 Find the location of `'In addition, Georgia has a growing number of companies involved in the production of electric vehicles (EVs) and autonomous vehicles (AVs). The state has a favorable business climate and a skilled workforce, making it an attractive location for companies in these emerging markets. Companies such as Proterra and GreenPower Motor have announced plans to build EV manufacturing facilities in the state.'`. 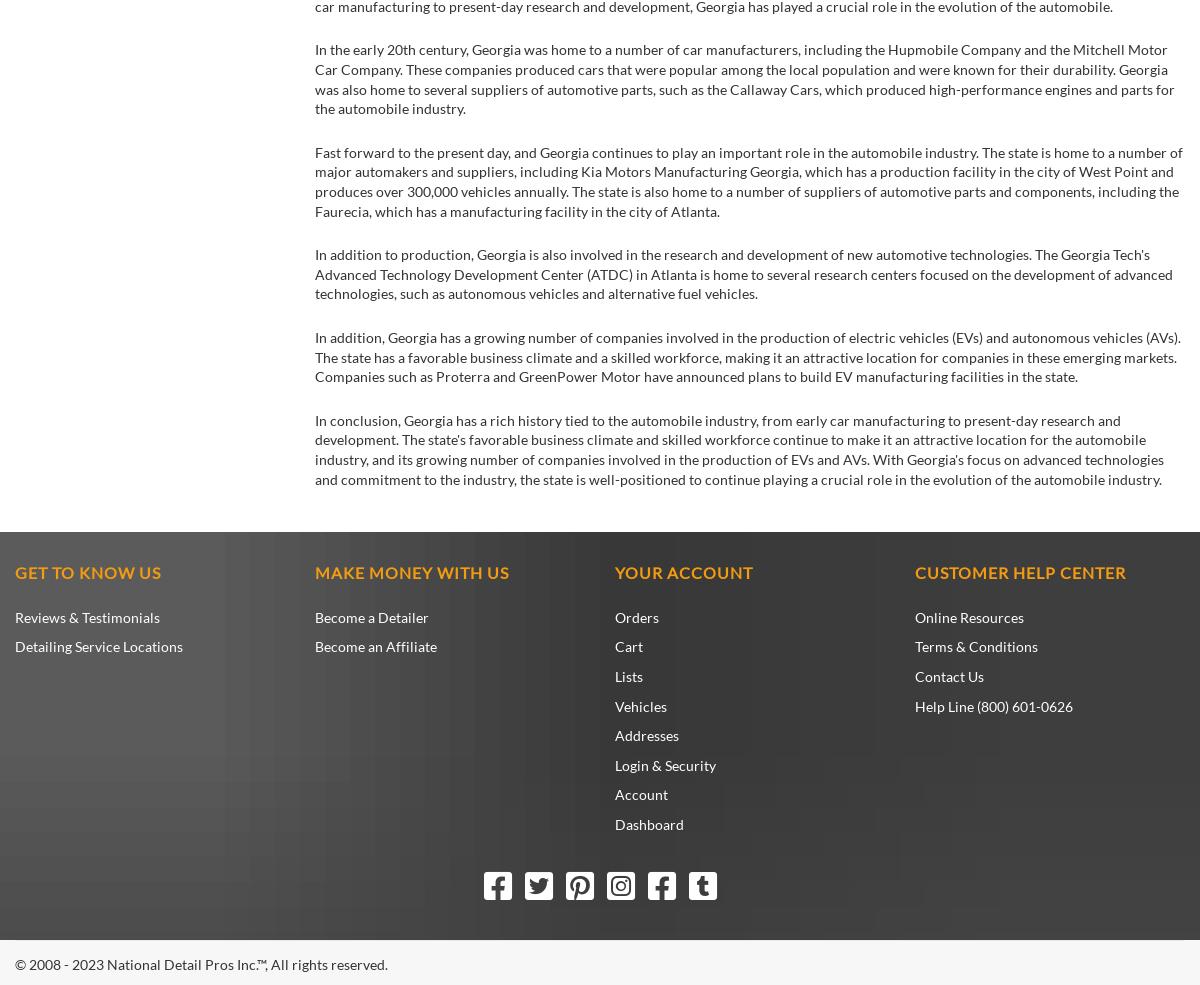

'In addition, Georgia has a growing number of companies involved in the production of electric vehicles (EVs) and autonomous vehicles (AVs). The state has a favorable business climate and a skilled workforce, making it an attractive location for companies in these emerging markets. Companies such as Proterra and GreenPower Motor have announced plans to build EV manufacturing facilities in the state.' is located at coordinates (747, 356).